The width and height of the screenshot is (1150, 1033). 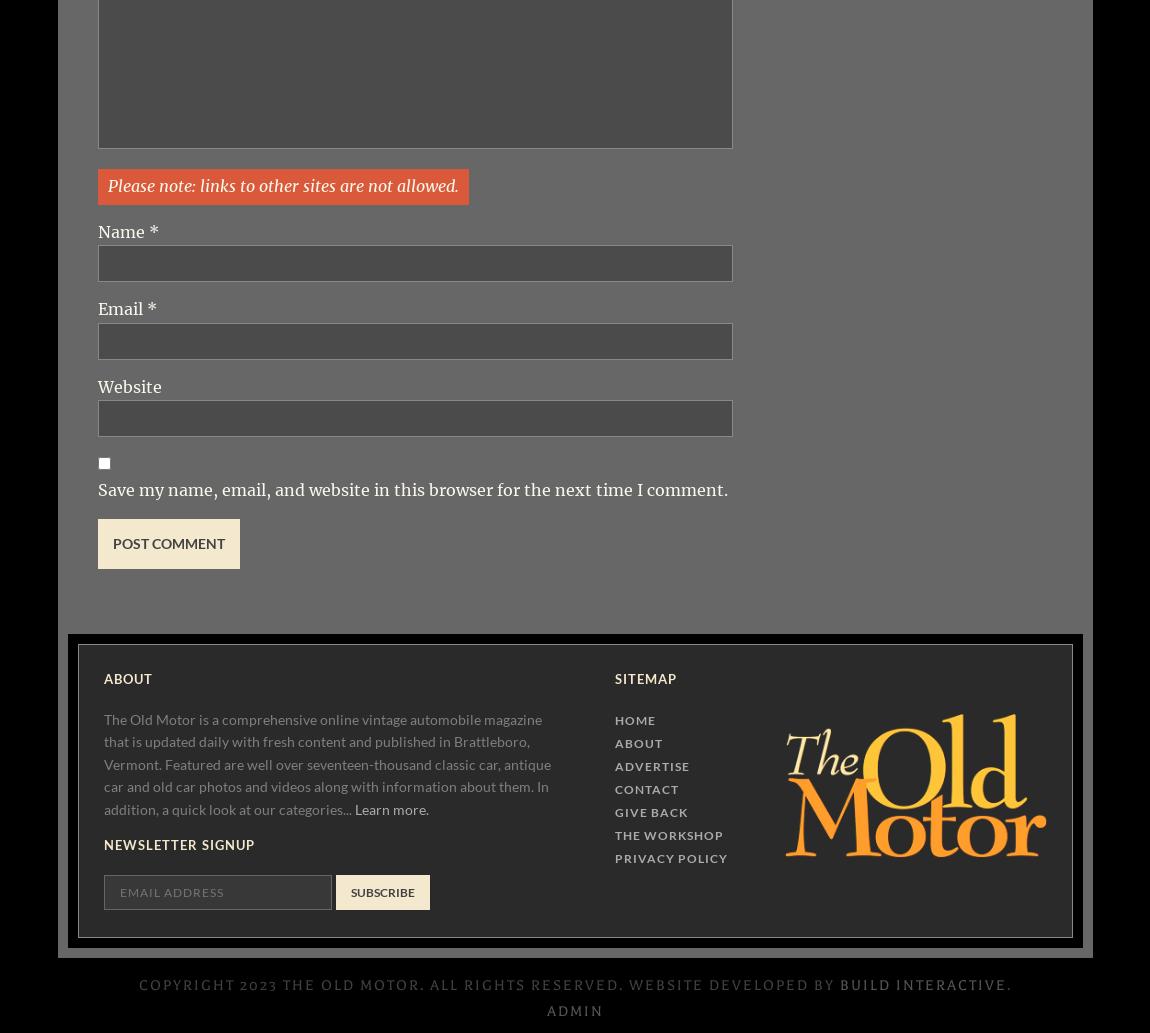 I want to click on 'The Workshop', so click(x=668, y=835).